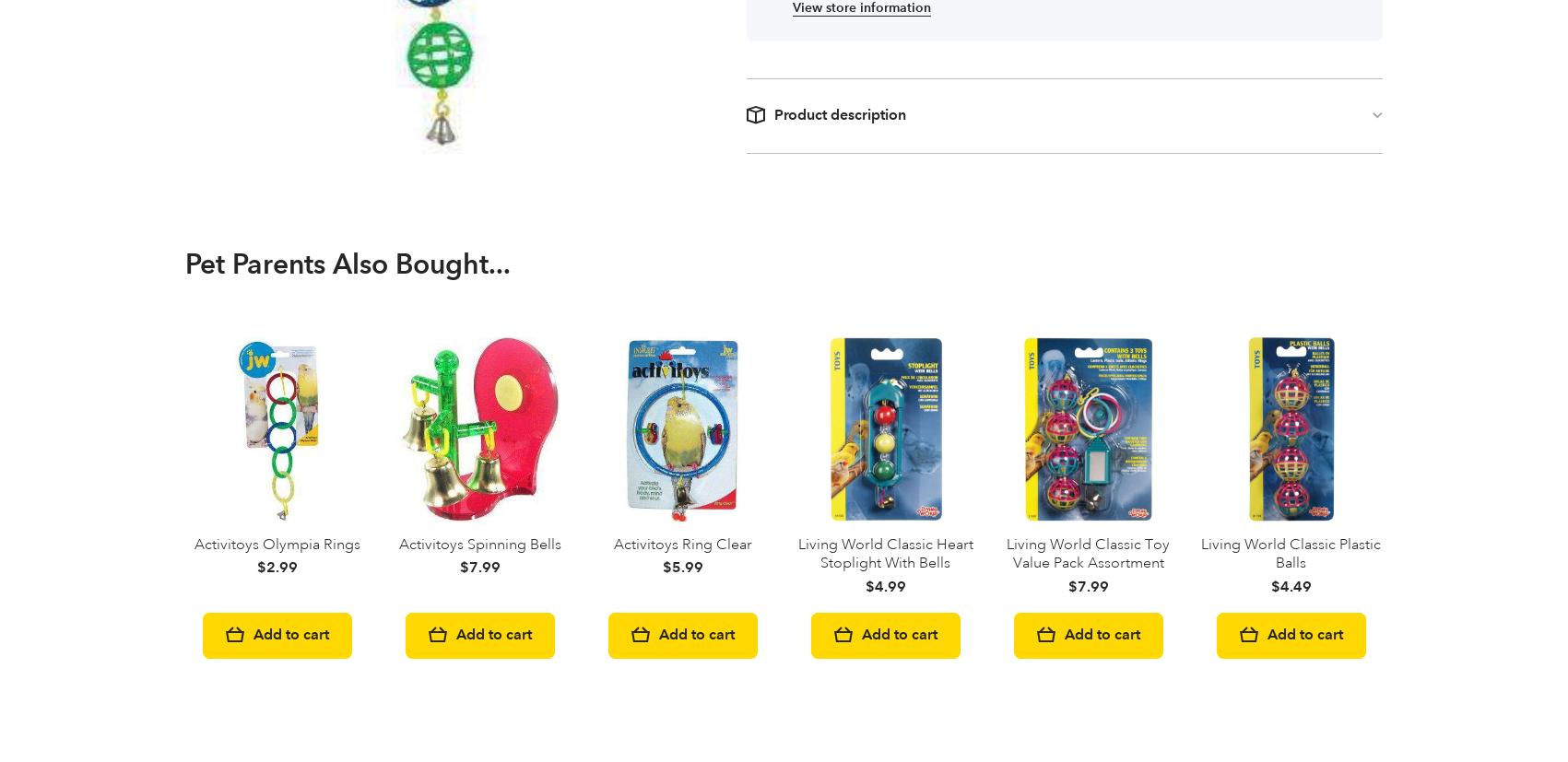 This screenshot has height=762, width=1568. Describe the element at coordinates (682, 167) in the screenshot. I see `'Pickup available, usually ready in 24 hours'` at that location.